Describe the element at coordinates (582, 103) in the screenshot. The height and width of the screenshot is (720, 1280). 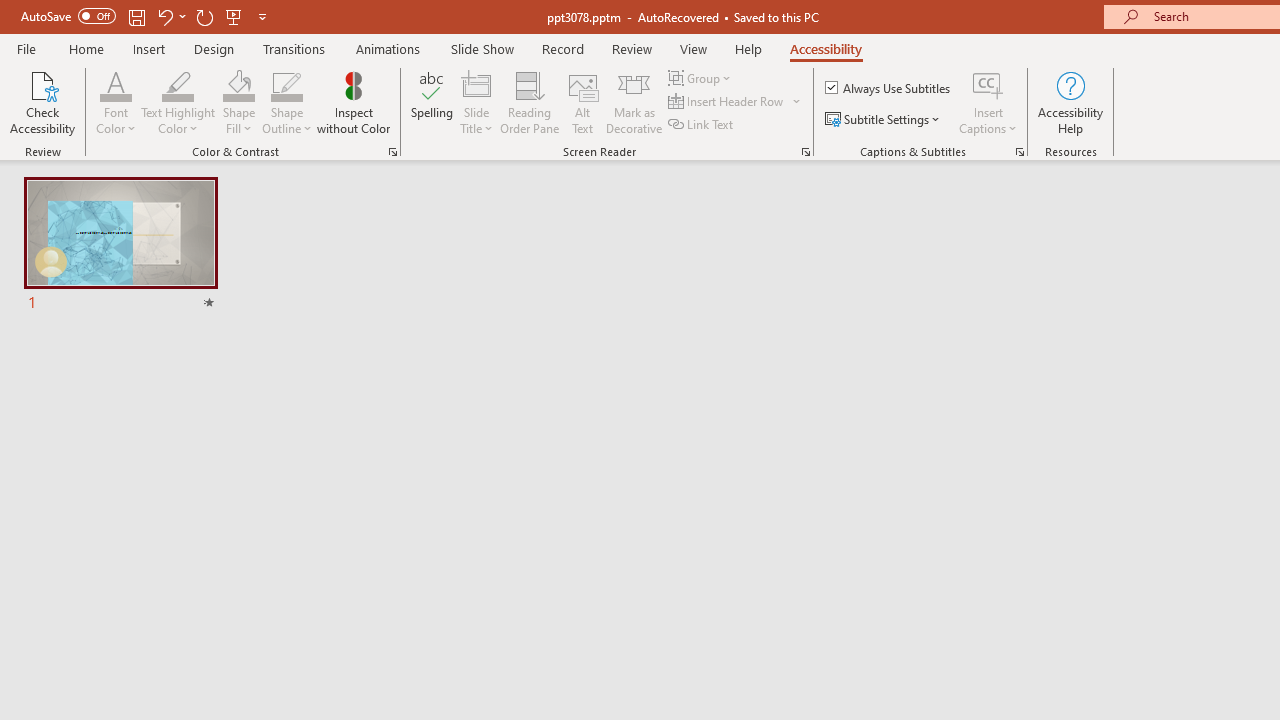
I see `'Alt Text'` at that location.